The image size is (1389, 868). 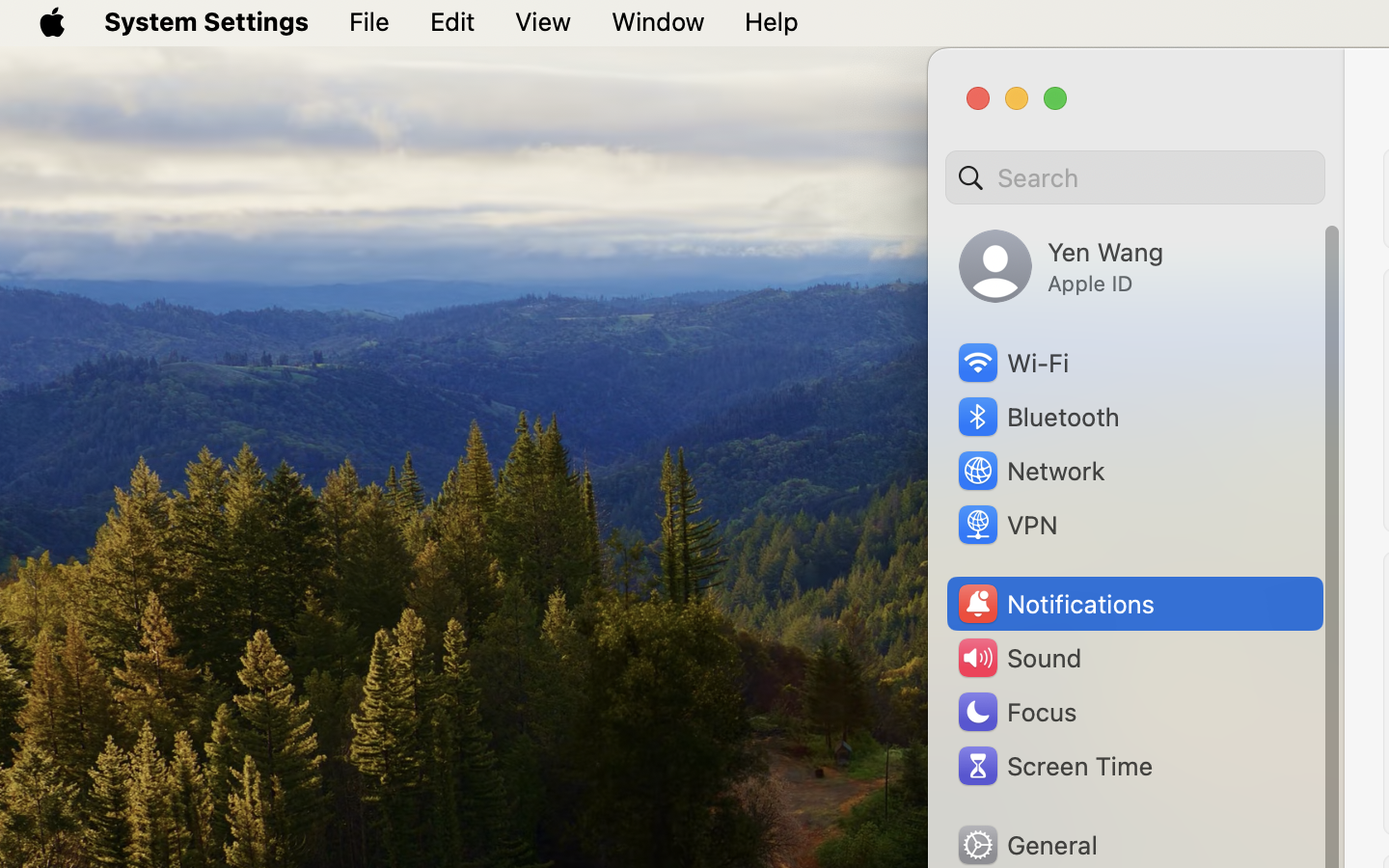 What do you see at coordinates (1060, 265) in the screenshot?
I see `'Yen Wang, Apple ID'` at bounding box center [1060, 265].